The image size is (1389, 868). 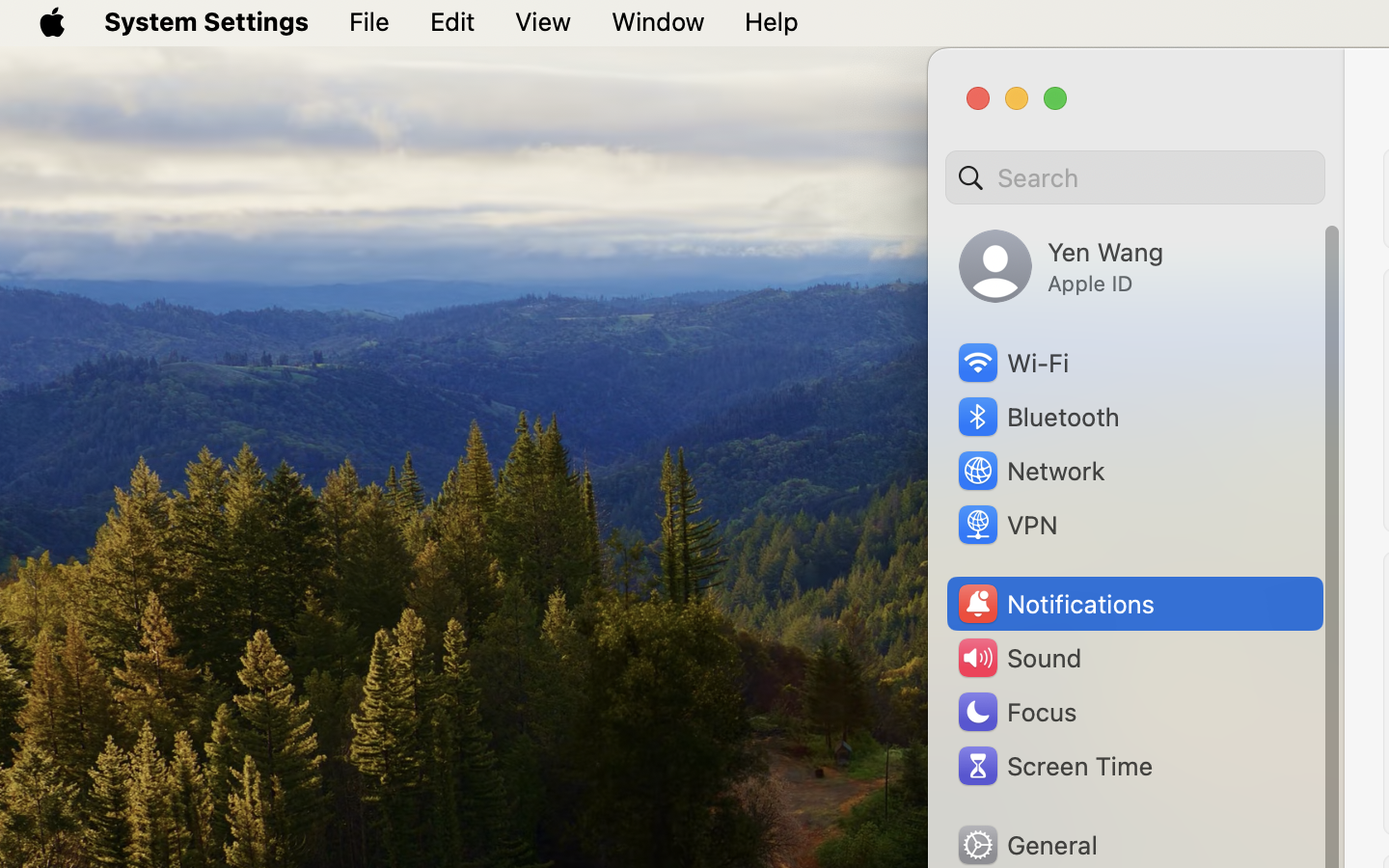 What do you see at coordinates (1060, 265) in the screenshot?
I see `'Yen Wang, Apple ID'` at bounding box center [1060, 265].